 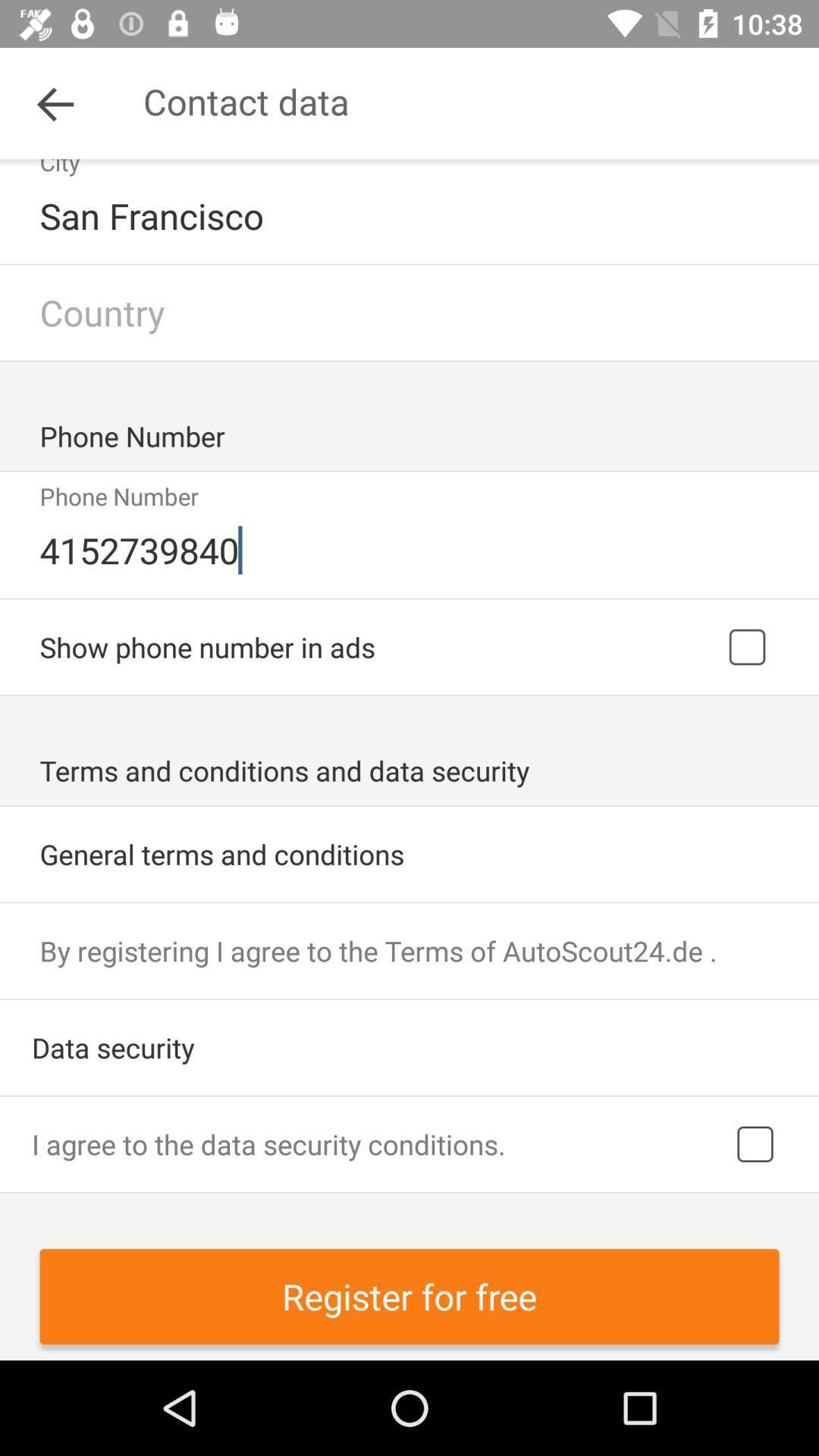 What do you see at coordinates (409, 312) in the screenshot?
I see `type in country` at bounding box center [409, 312].